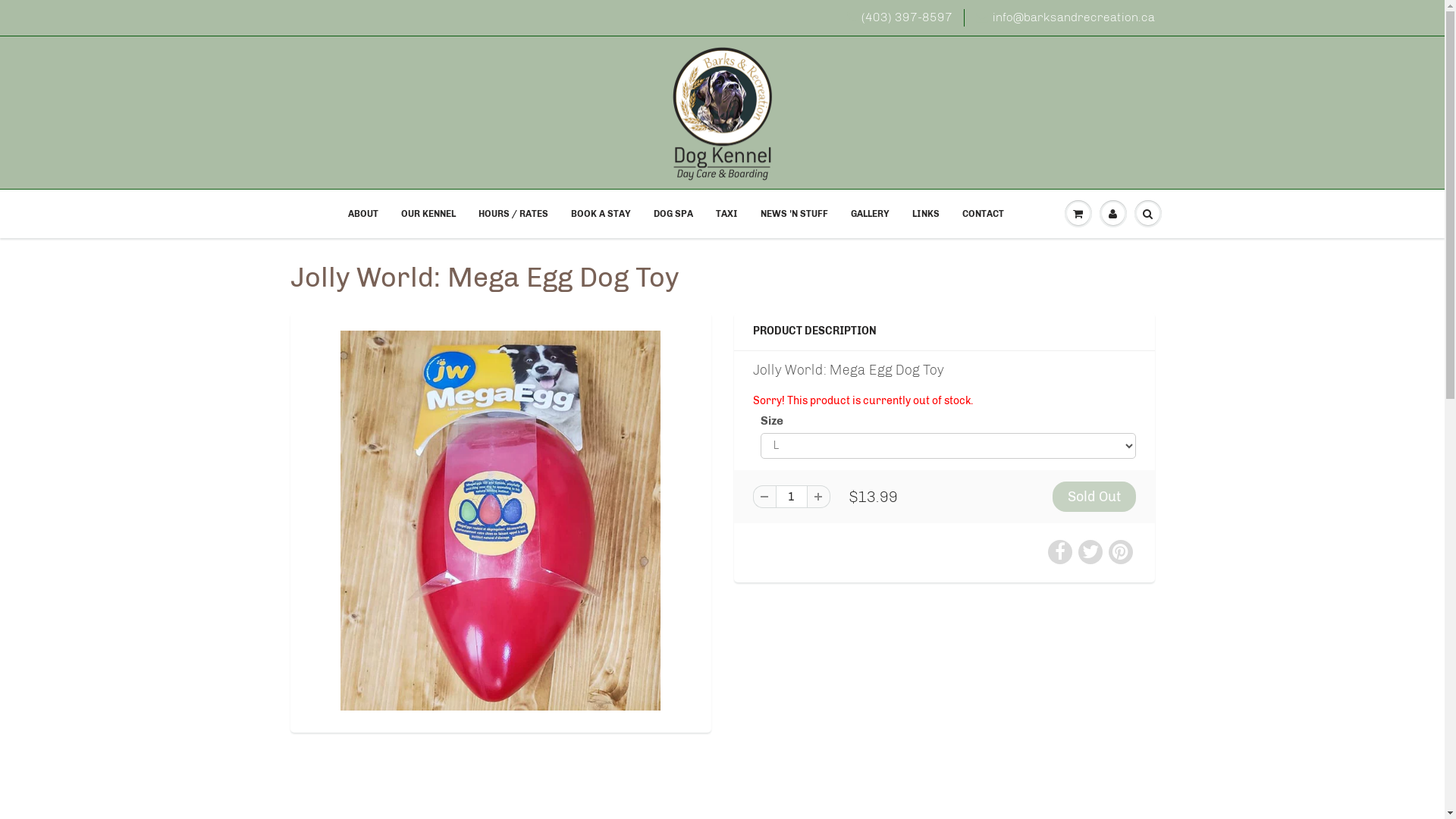 Image resolution: width=1456 pixels, height=819 pixels. Describe the element at coordinates (983, 213) in the screenshot. I see `'CONTACT'` at that location.